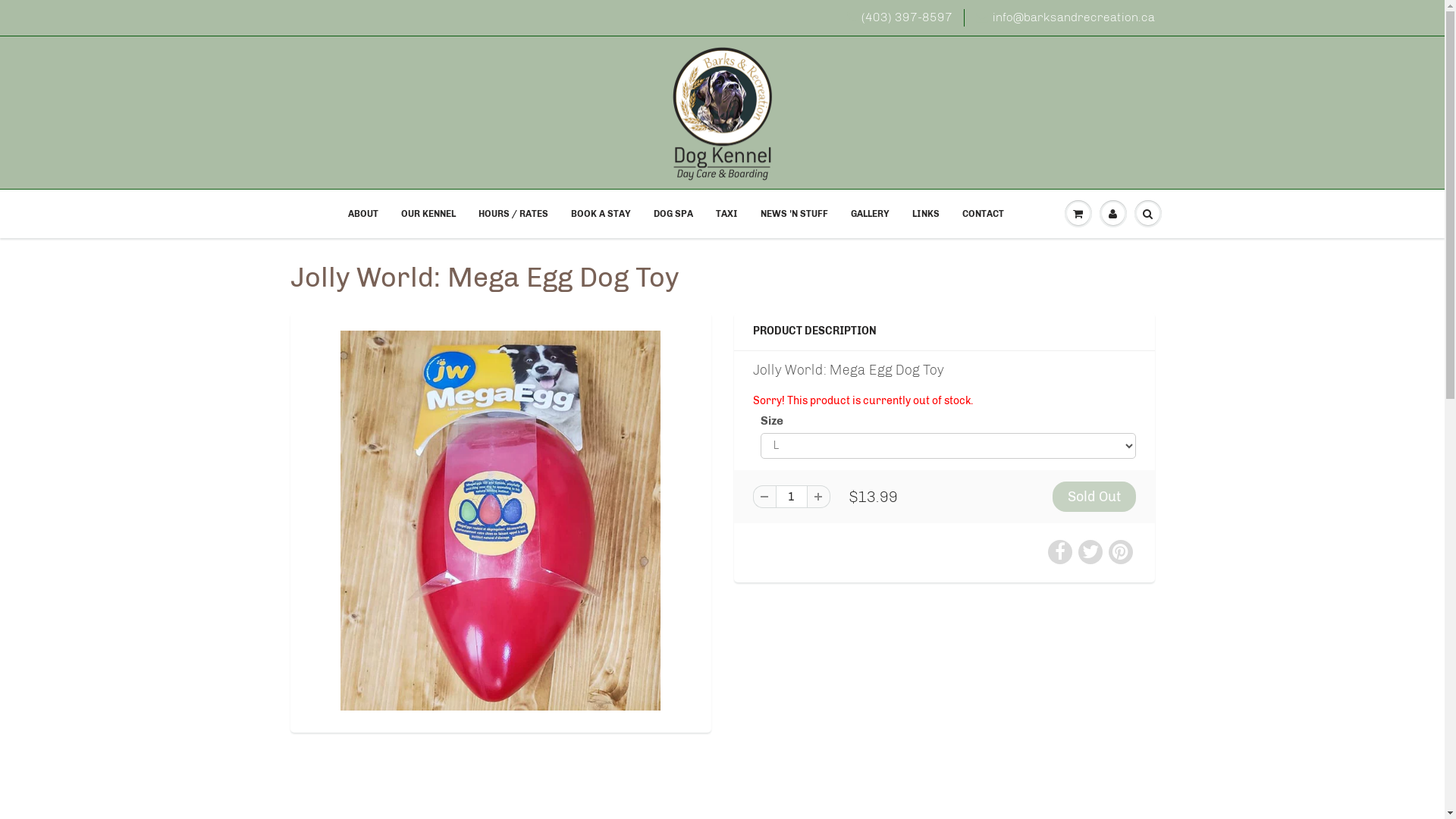 Image resolution: width=1456 pixels, height=819 pixels. Describe the element at coordinates (983, 213) in the screenshot. I see `'CONTACT'` at that location.